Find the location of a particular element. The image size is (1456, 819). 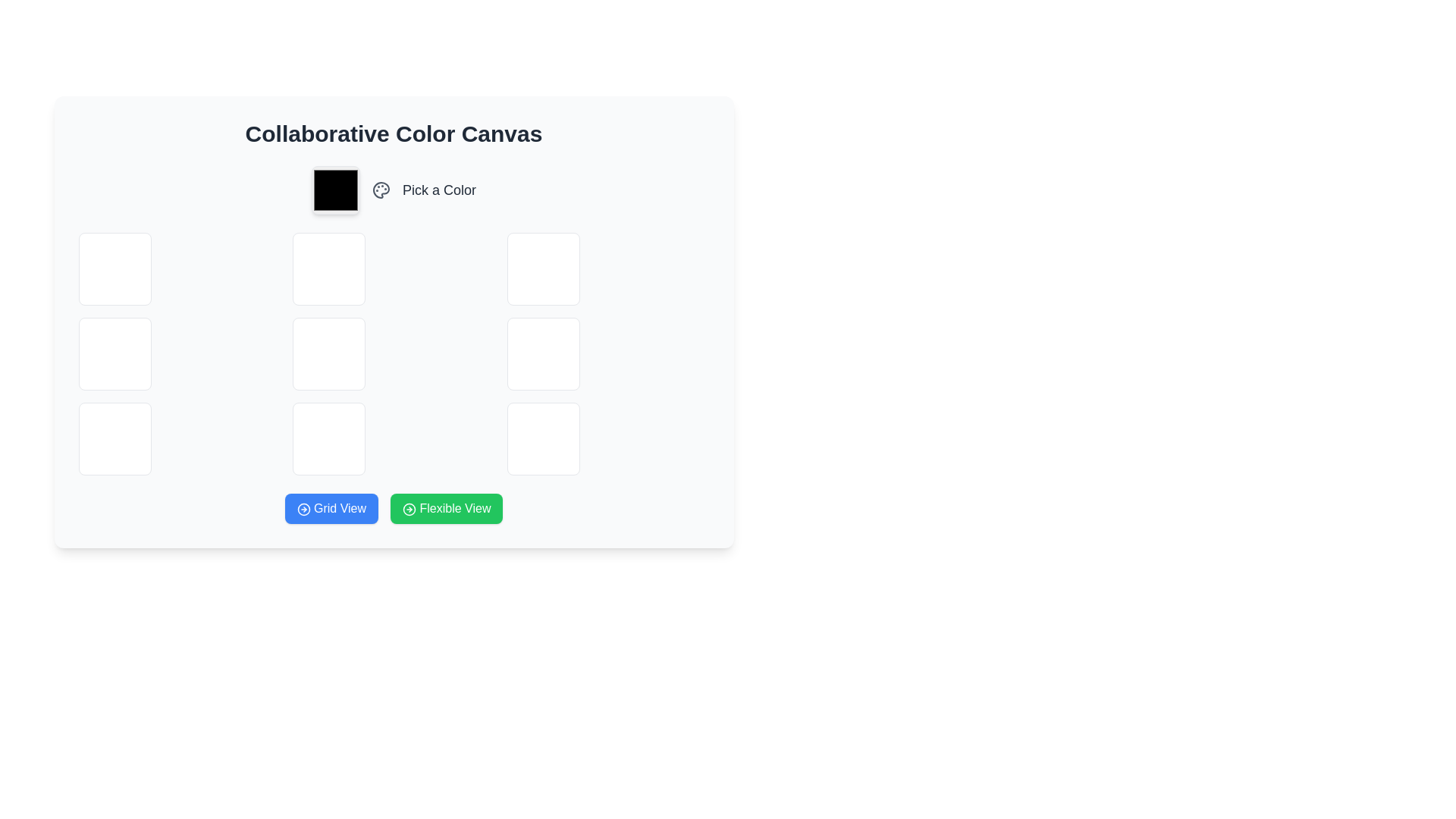

the middle square grid item, which is a white box with rounded corners located in the first row of a 3x3 grid is located at coordinates (328, 268).